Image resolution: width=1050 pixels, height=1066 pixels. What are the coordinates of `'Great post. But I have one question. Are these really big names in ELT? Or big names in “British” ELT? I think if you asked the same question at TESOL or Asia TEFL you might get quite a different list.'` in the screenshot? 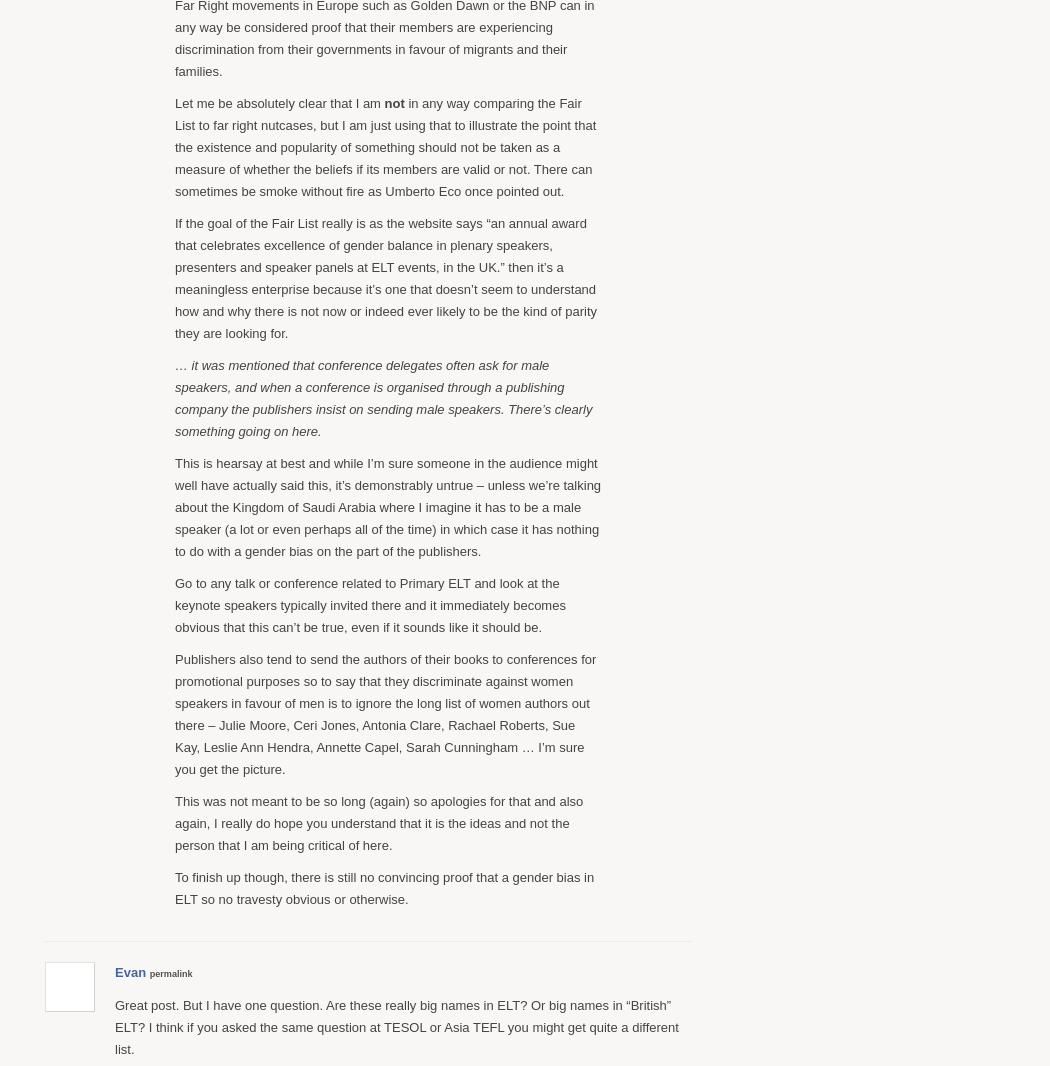 It's located at (396, 1026).